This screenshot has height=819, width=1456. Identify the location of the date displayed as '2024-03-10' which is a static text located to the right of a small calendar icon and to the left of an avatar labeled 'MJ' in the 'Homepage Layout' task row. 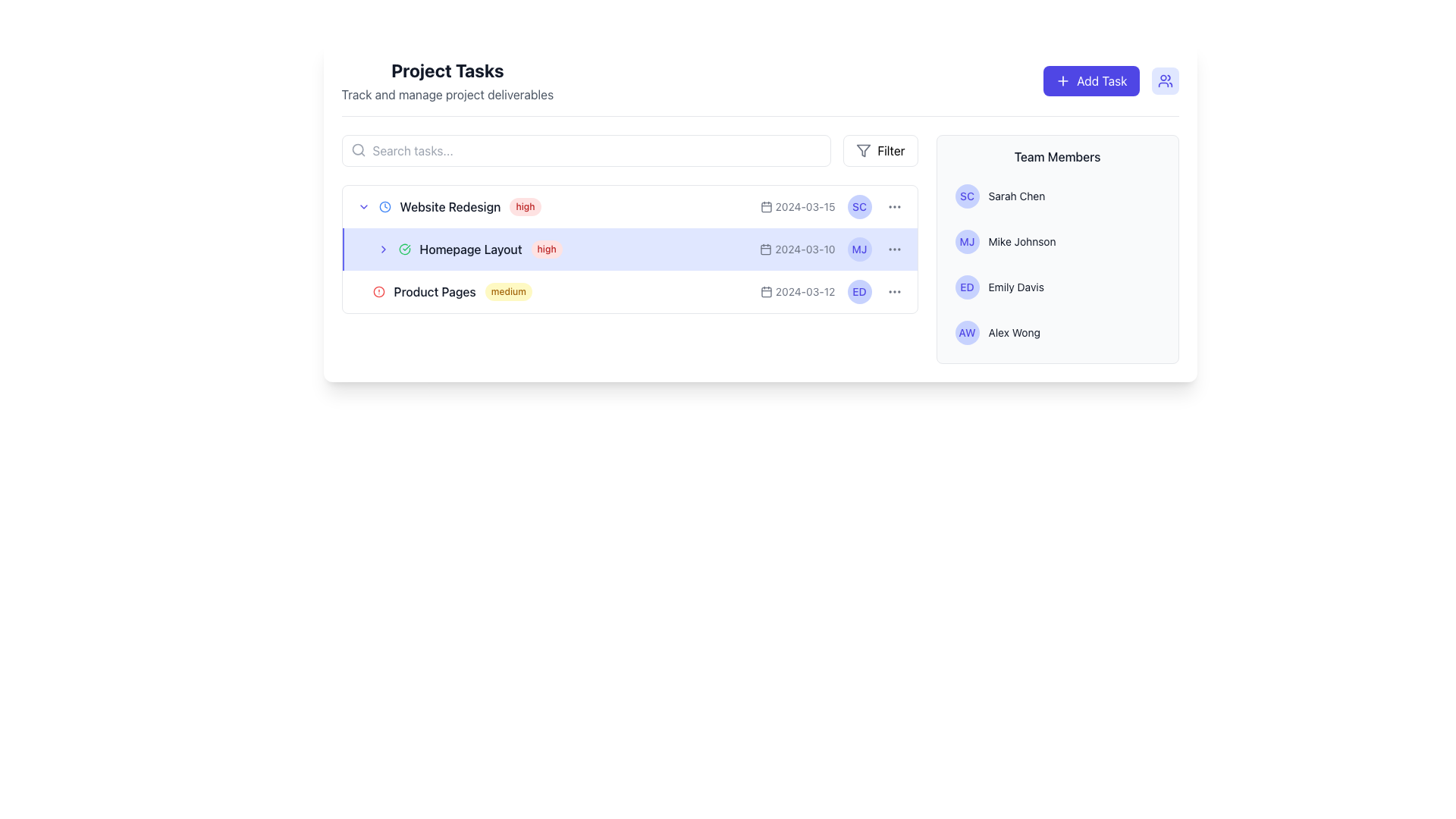
(796, 248).